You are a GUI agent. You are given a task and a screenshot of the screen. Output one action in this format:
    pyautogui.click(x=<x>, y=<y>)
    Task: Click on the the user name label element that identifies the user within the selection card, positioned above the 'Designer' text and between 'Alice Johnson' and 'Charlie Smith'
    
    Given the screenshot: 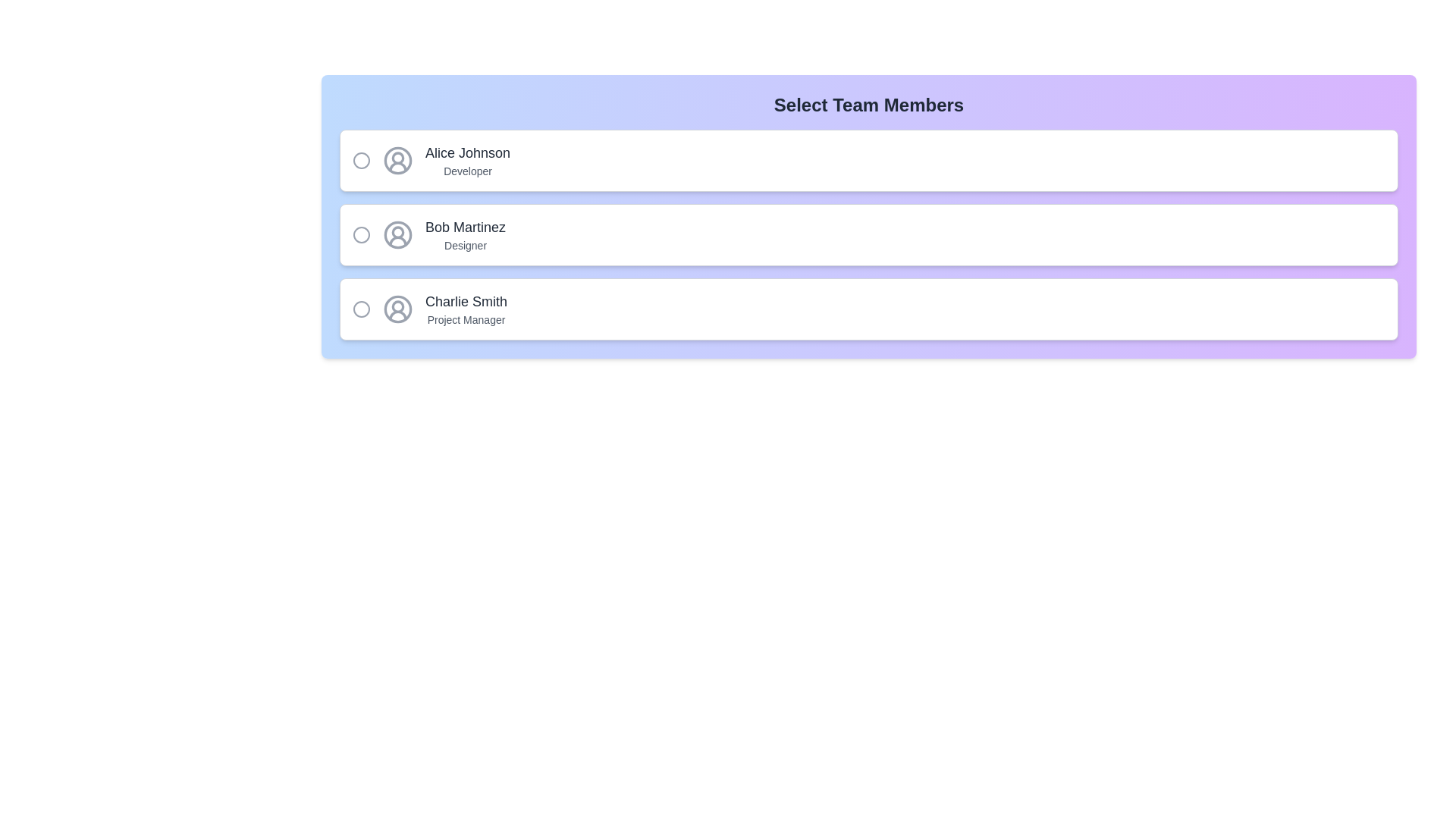 What is the action you would take?
    pyautogui.click(x=465, y=227)
    